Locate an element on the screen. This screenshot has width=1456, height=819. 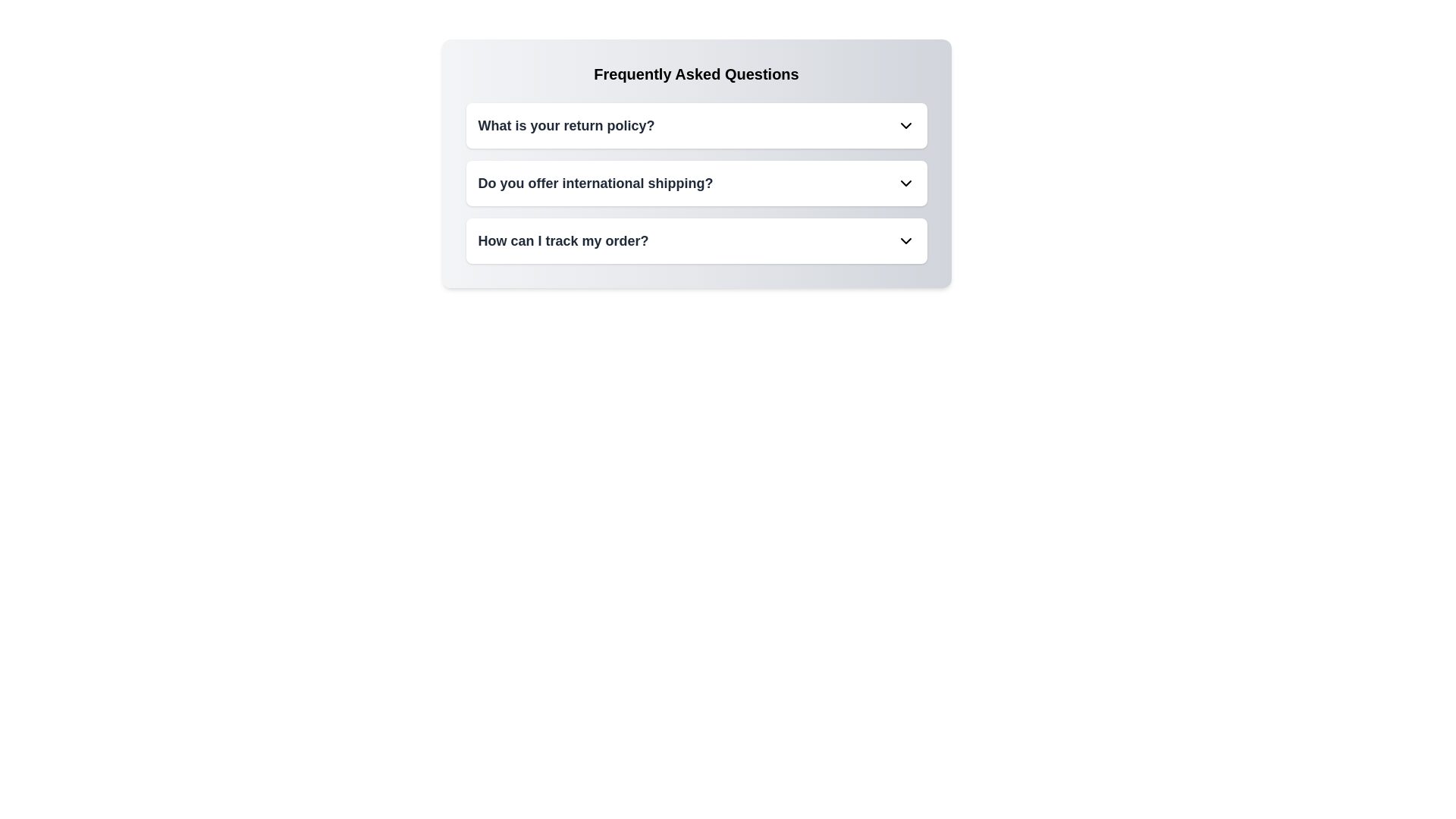
the chevron icon to toggle the visibility of the FAQ item corresponding to What is your return policy? is located at coordinates (905, 124).